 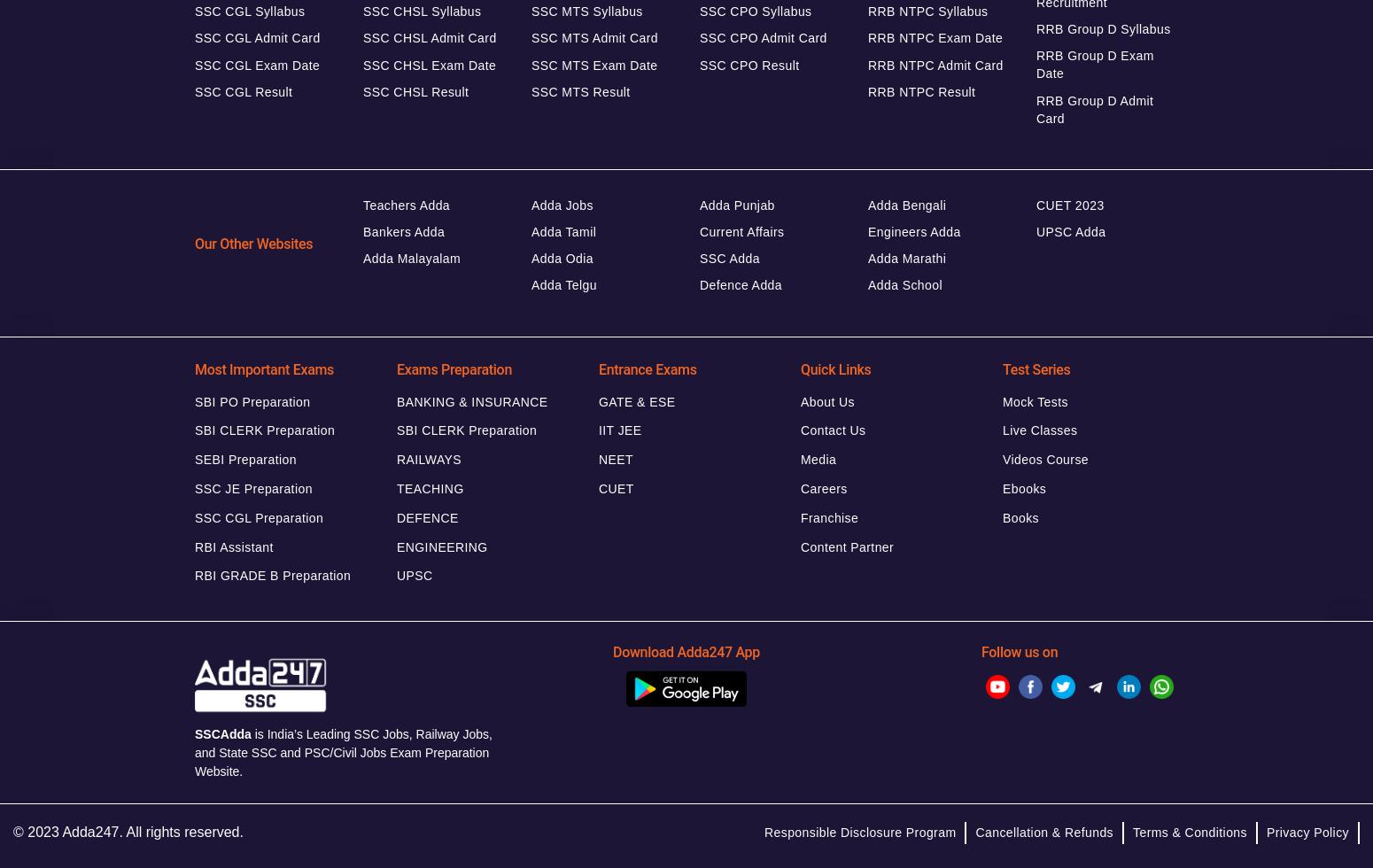 I want to click on 'Our Other Websites', so click(x=253, y=243).